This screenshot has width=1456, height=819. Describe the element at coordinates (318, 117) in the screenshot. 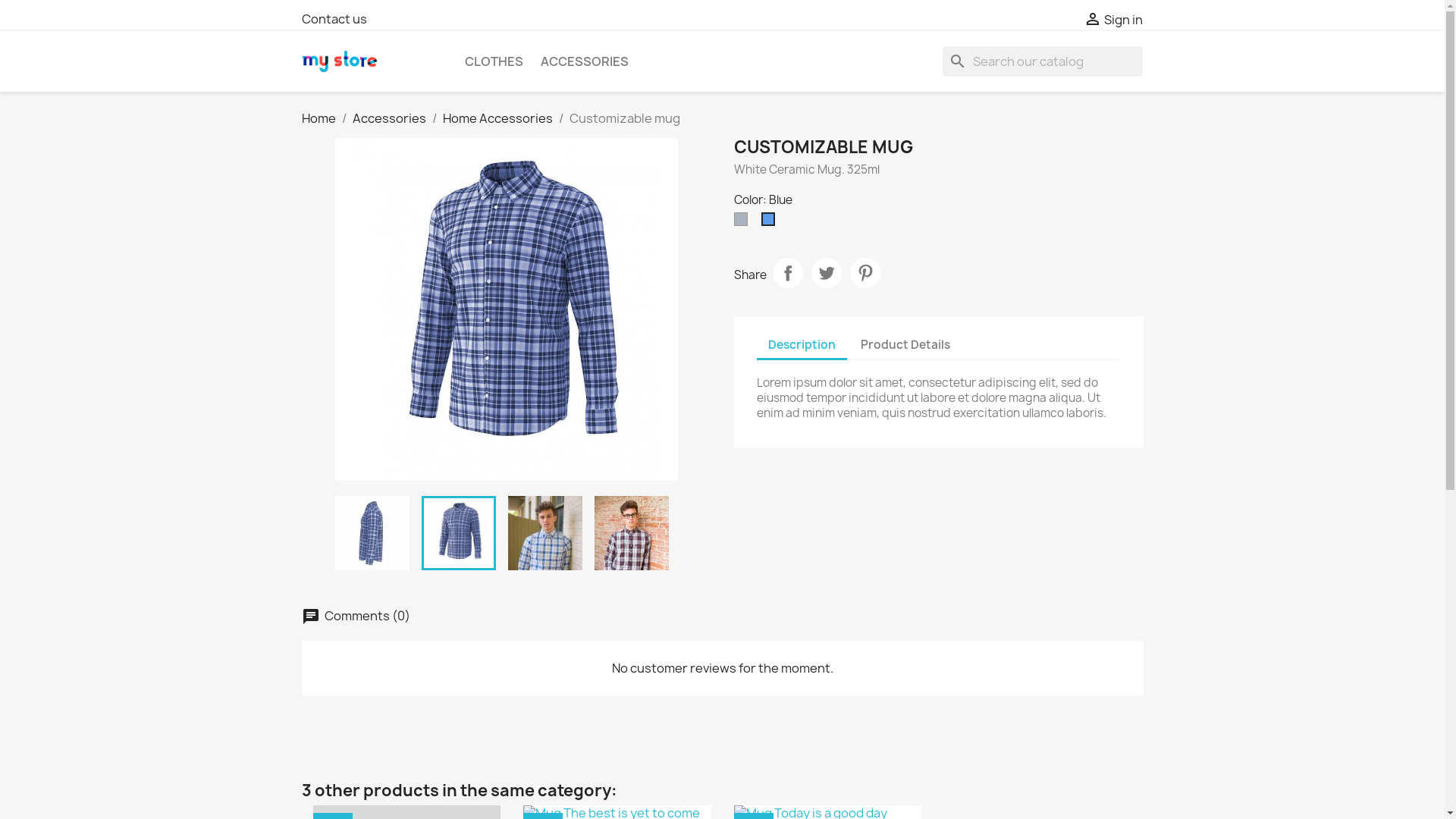

I see `'Home'` at that location.